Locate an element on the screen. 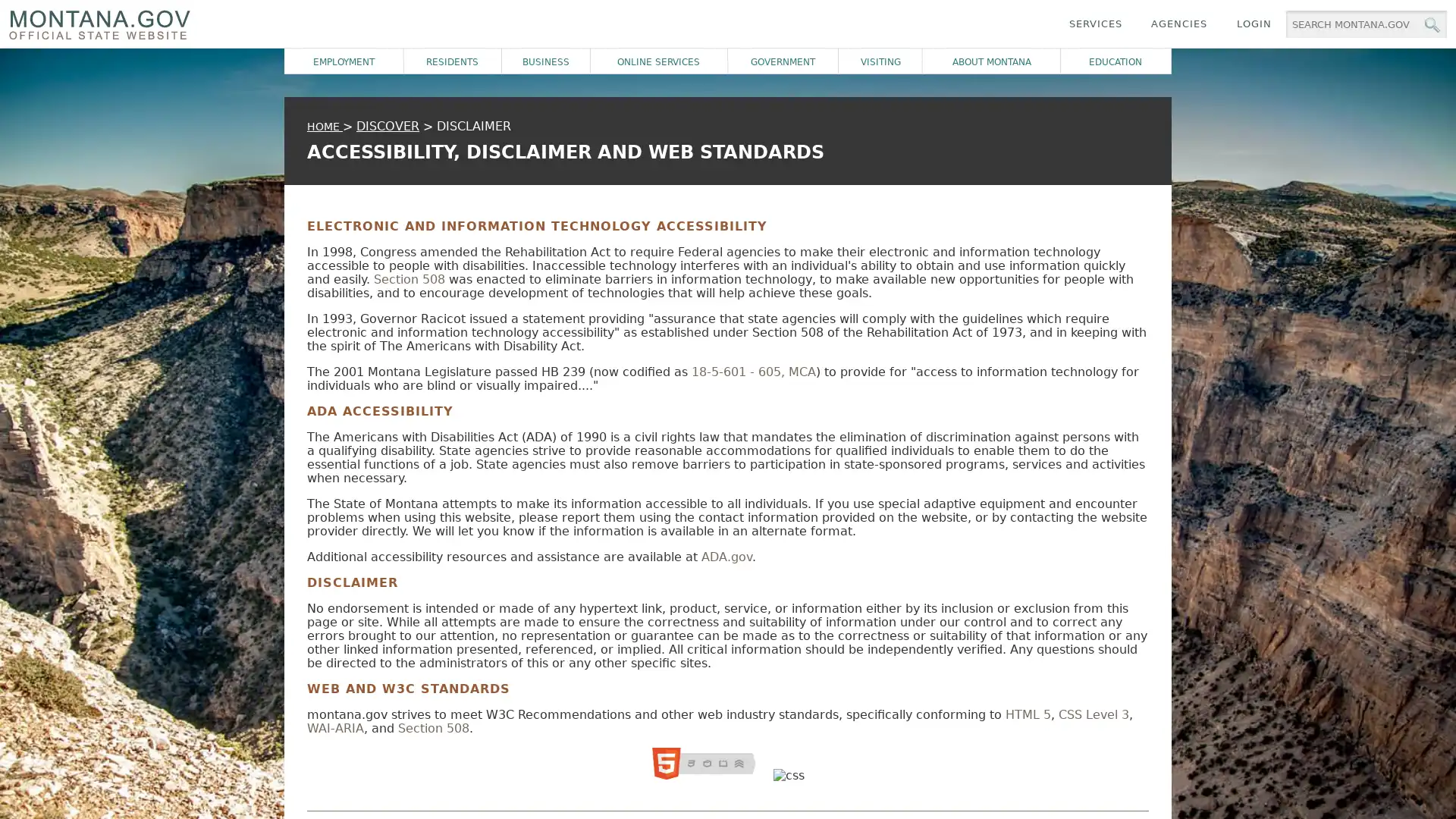  MT.gov Search Button is located at coordinates (1430, 25).